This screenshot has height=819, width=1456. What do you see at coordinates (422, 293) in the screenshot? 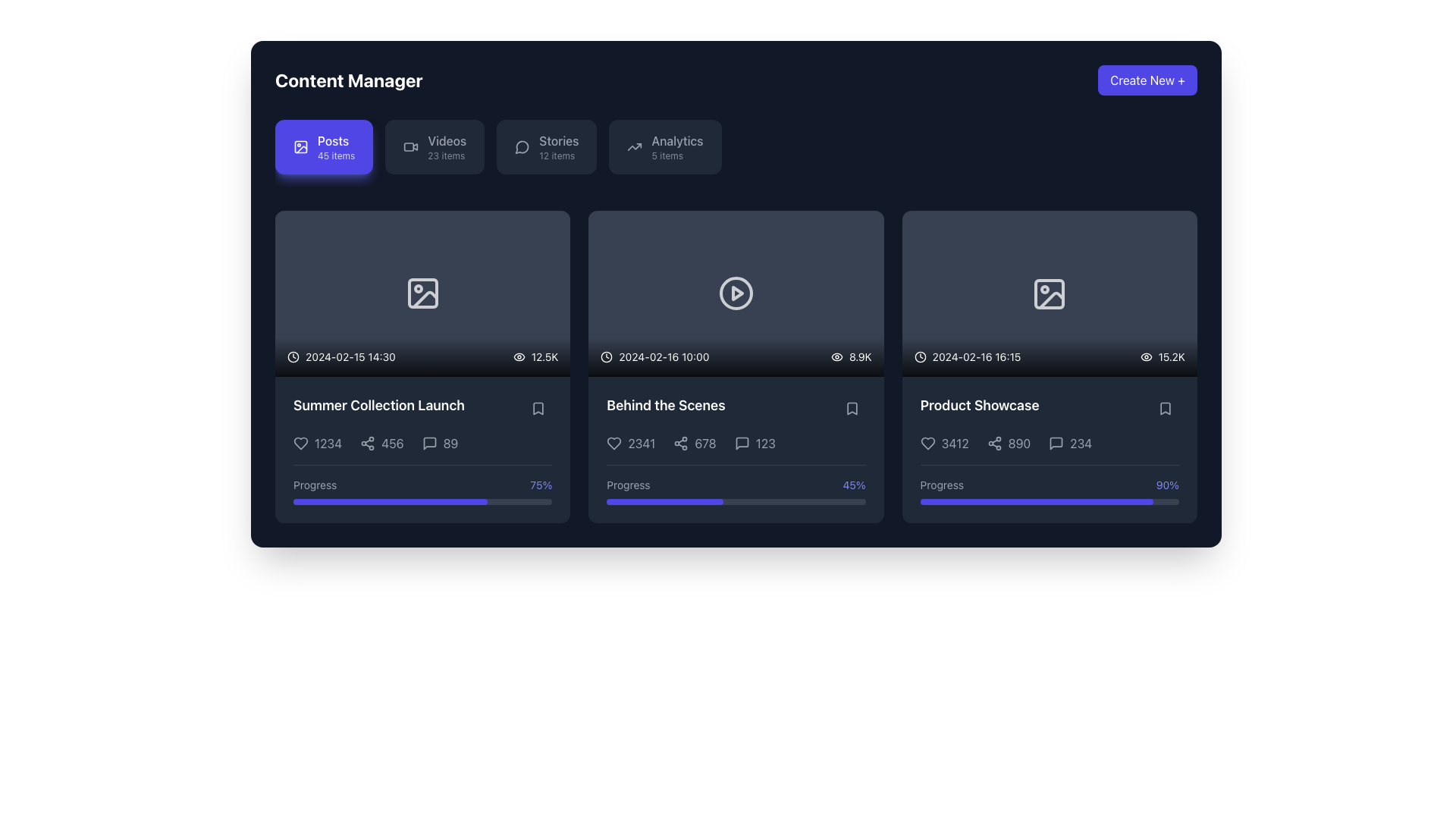
I see `the Image Placeholder Icon located in the top-left quadrant of the middle card in the 'Content Manager' interface, which features a square frame with rounded corners, a circular dot in the top-left, and a mountain-shaped pattern inside` at bounding box center [422, 293].